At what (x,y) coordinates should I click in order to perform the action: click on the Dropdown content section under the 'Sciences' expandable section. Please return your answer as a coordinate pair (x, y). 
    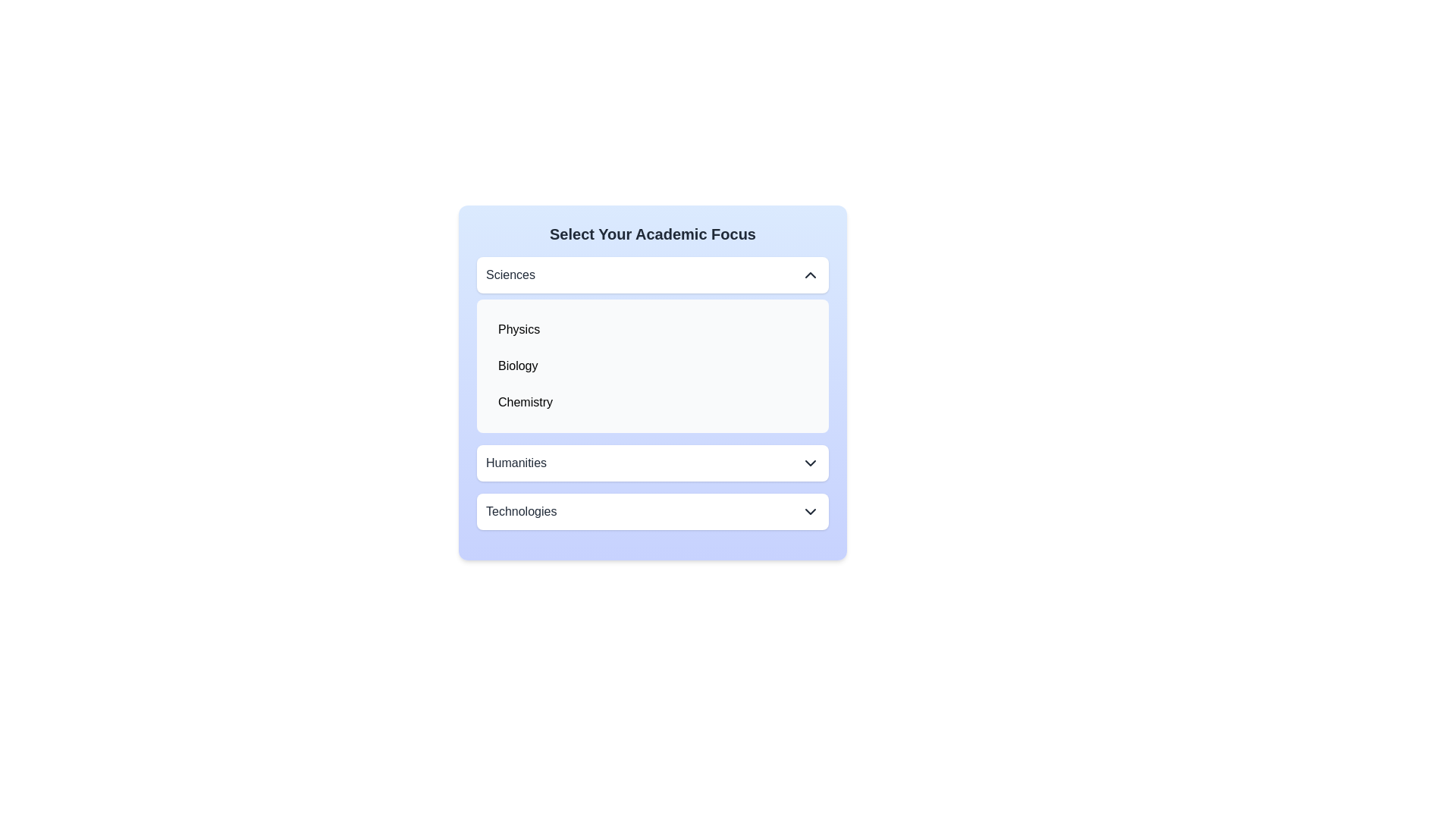
    Looking at the image, I should click on (652, 345).